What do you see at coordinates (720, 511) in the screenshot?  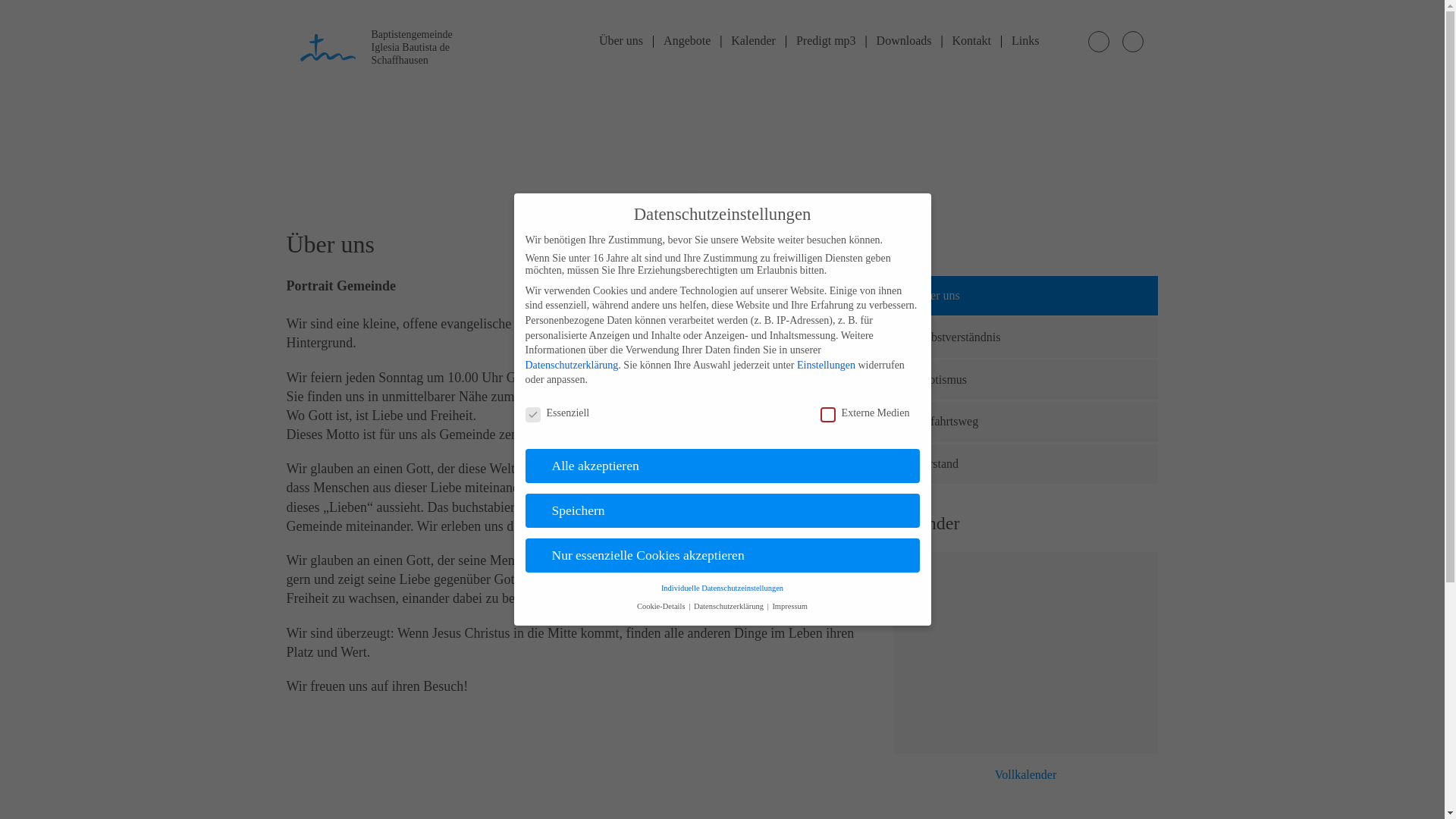 I see `'Speichern'` at bounding box center [720, 511].